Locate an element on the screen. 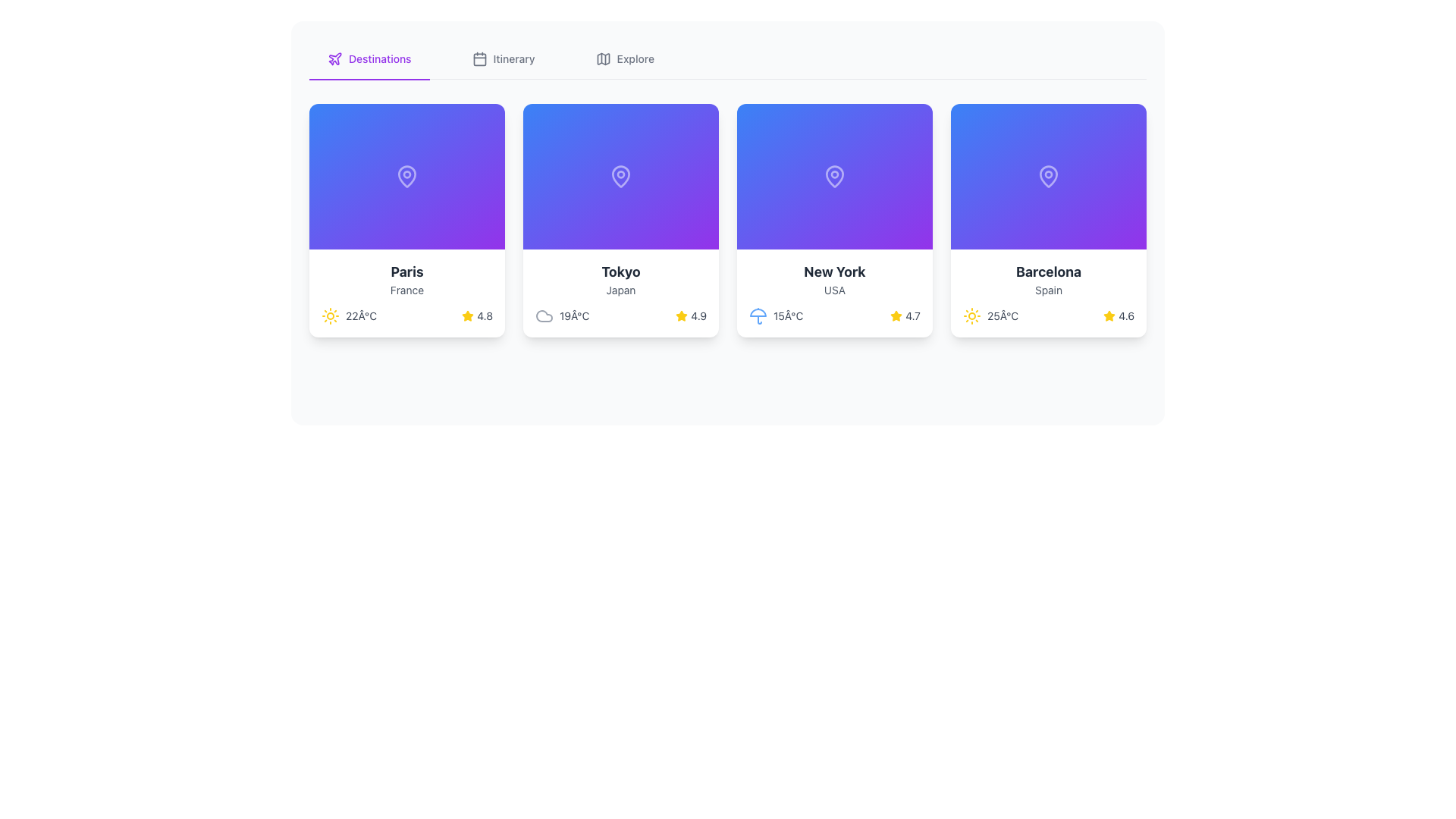  numerical rating text displayed as '4.7' in a small, gray font adjacent to the yellow star icon on the card for 'New York' is located at coordinates (912, 315).